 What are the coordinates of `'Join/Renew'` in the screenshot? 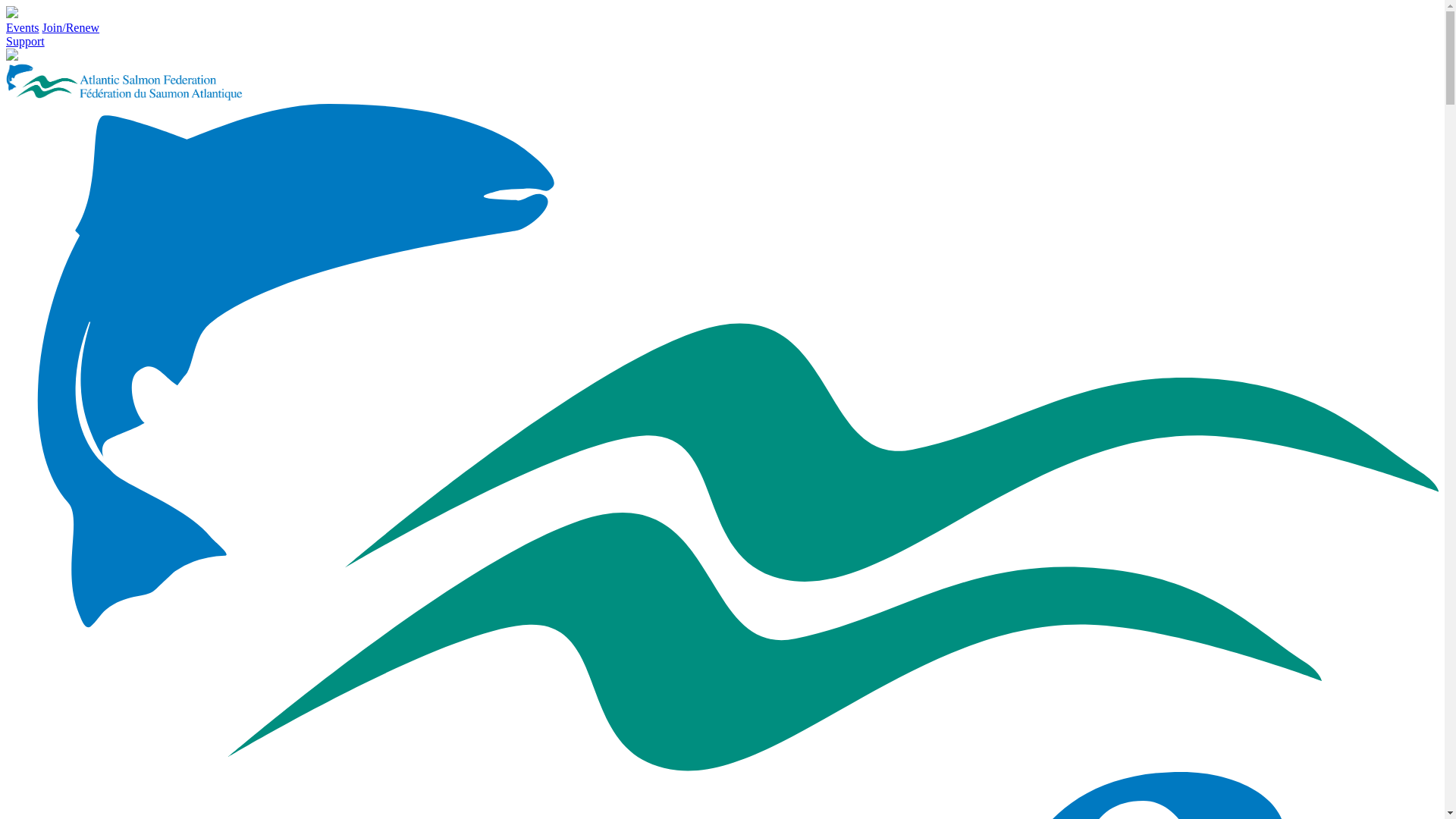 It's located at (71, 27).